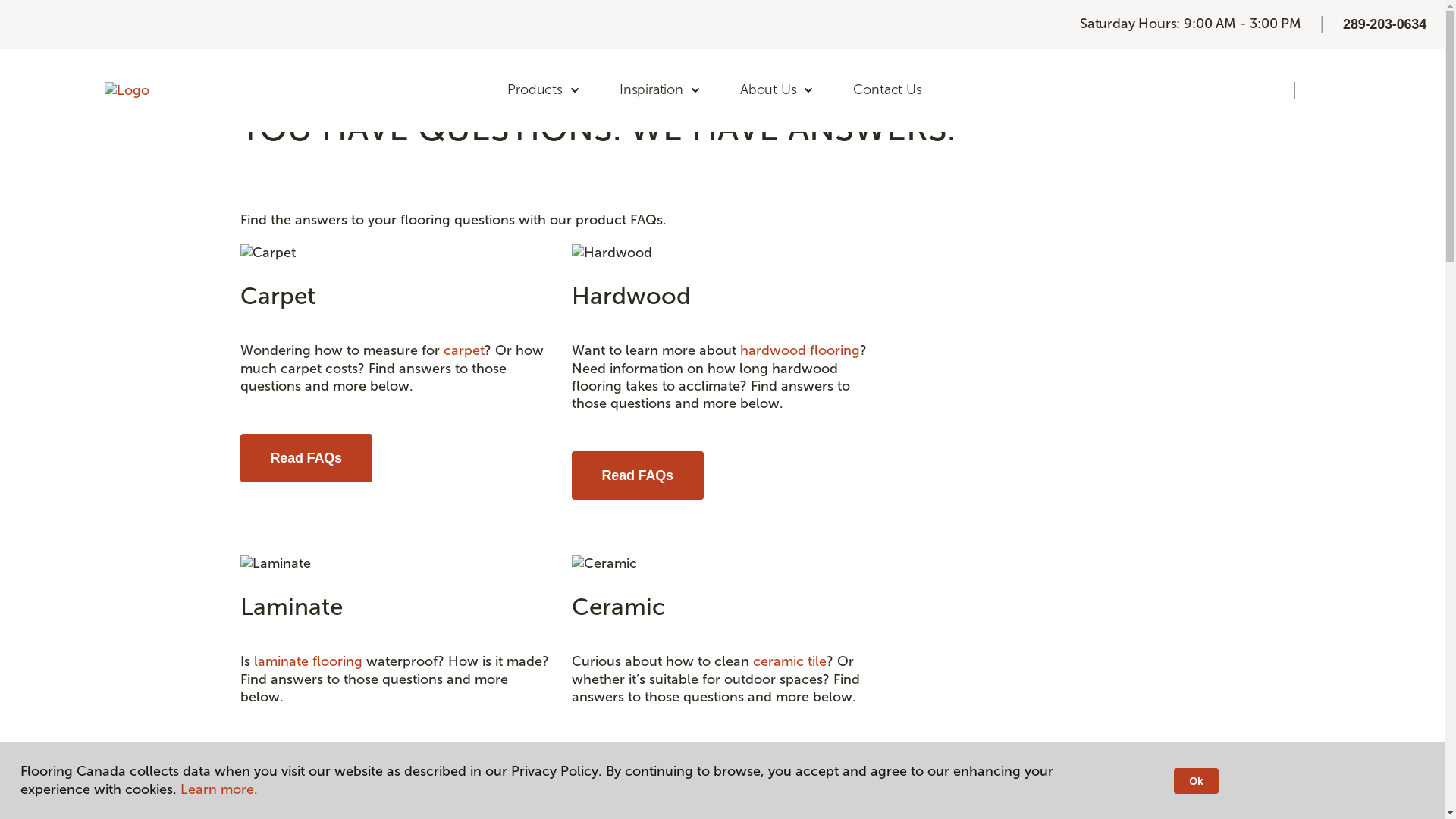 Image resolution: width=1456 pixels, height=819 pixels. Describe the element at coordinates (1384, 24) in the screenshot. I see `'289-203-0634'` at that location.